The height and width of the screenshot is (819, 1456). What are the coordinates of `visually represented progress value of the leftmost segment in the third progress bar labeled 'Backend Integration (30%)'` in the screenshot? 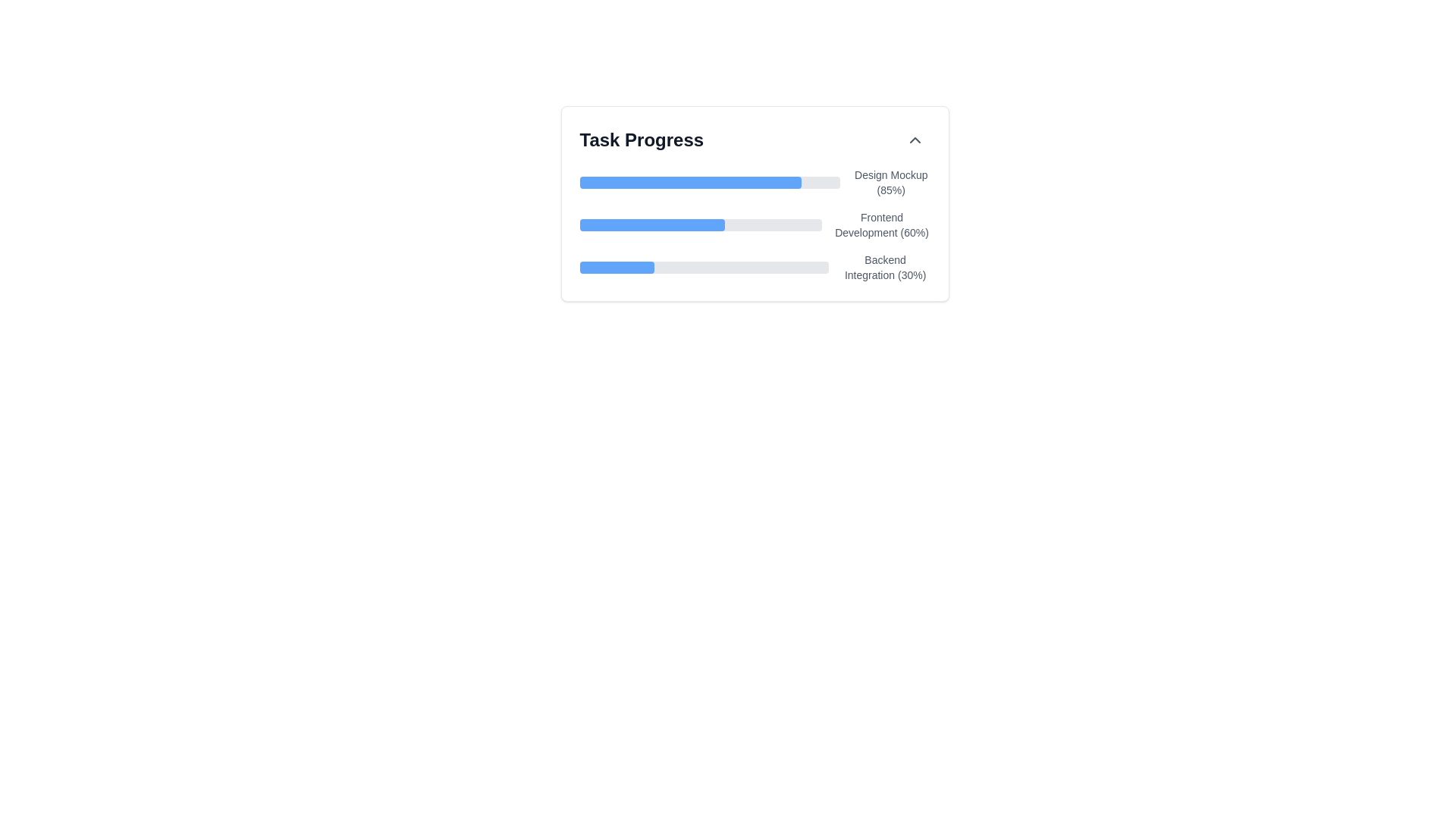 It's located at (617, 267).